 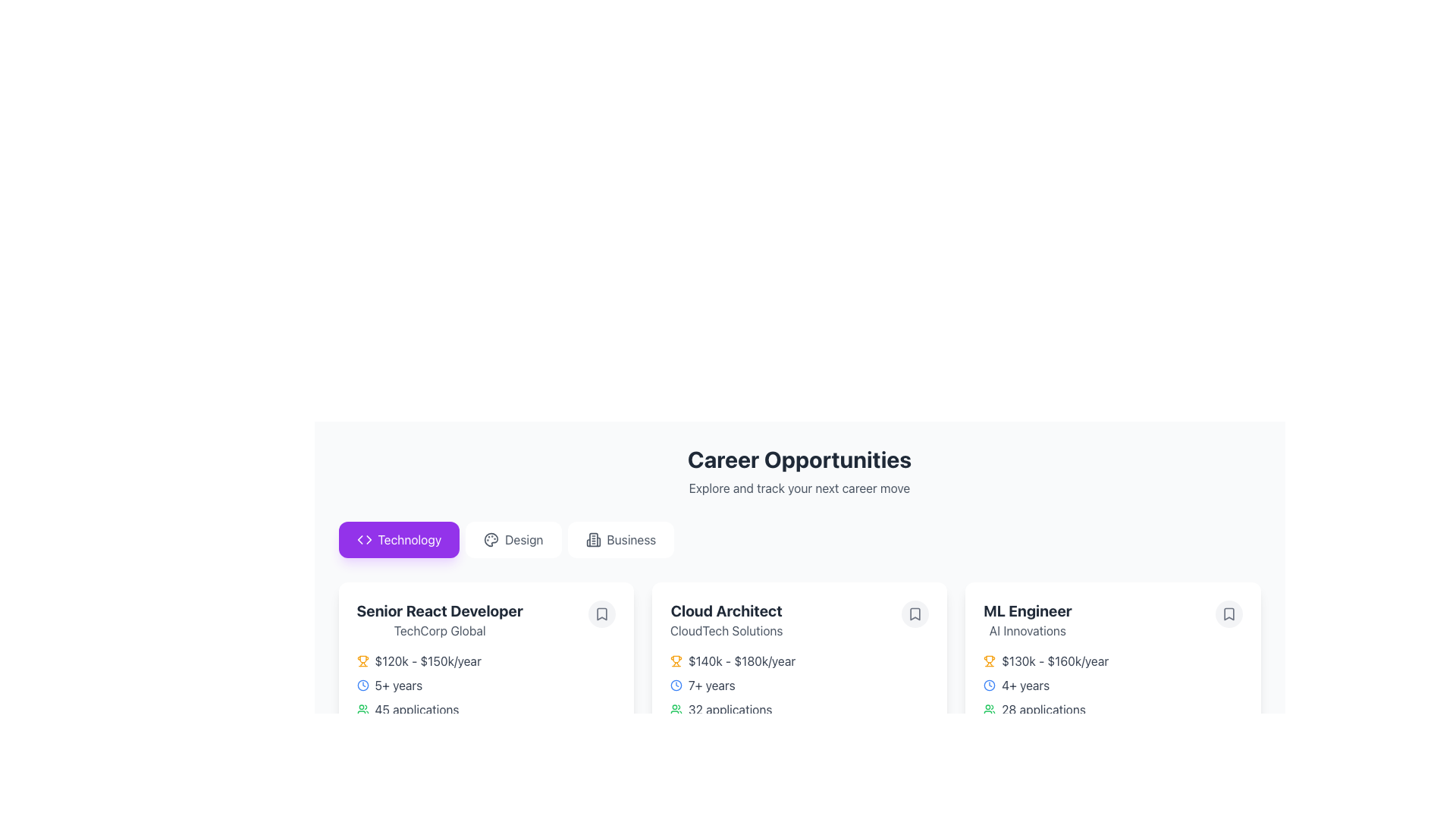 What do you see at coordinates (1228, 614) in the screenshot?
I see `the small, rounded button with a faint gray background and a hollow bookmark icon to bookmark the job listing for 'ML Engineer AI Innovations'` at bounding box center [1228, 614].